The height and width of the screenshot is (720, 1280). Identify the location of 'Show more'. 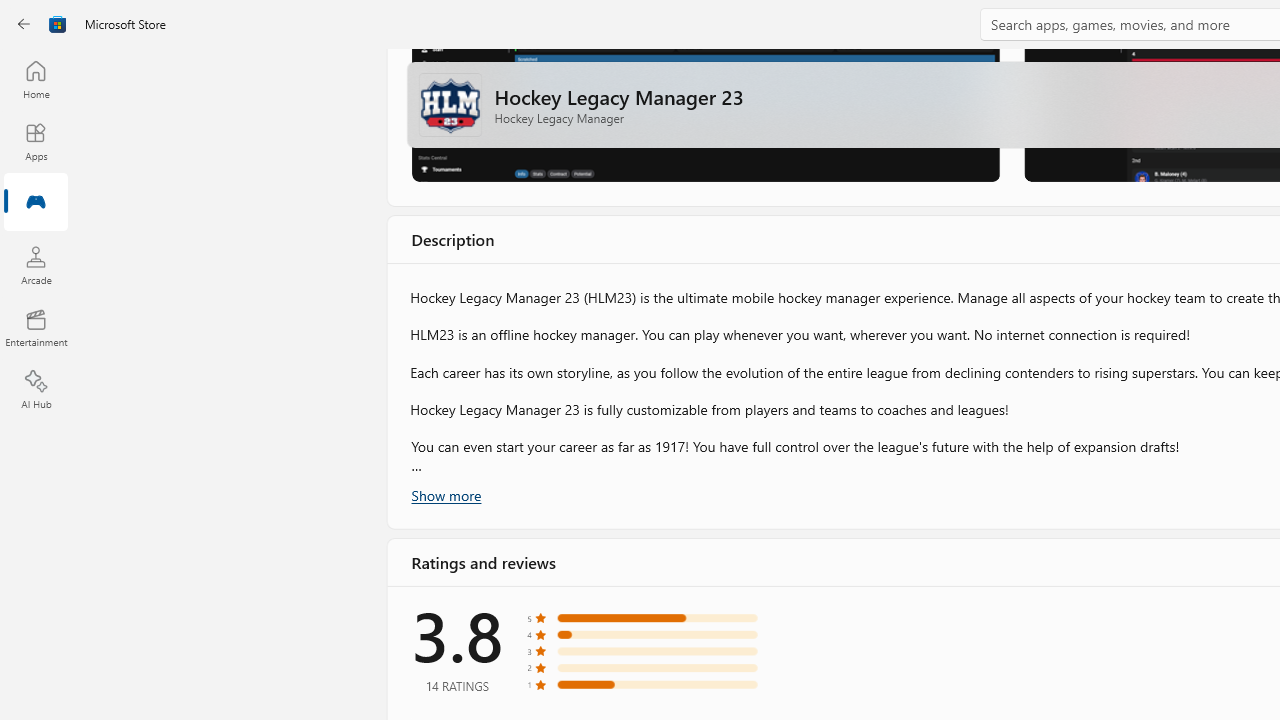
(444, 494).